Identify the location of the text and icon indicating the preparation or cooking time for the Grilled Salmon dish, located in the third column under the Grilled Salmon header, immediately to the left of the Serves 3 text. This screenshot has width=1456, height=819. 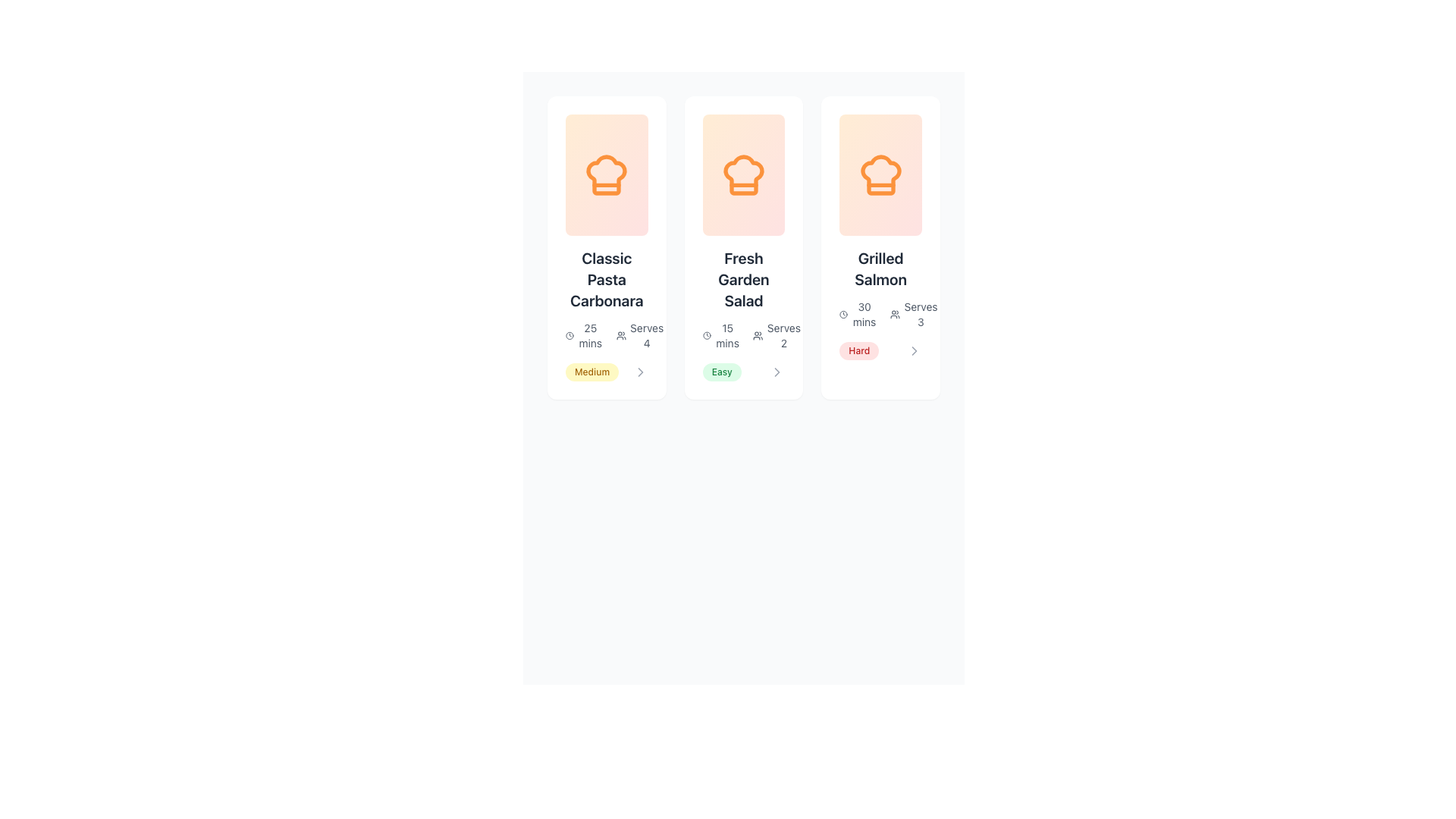
(858, 314).